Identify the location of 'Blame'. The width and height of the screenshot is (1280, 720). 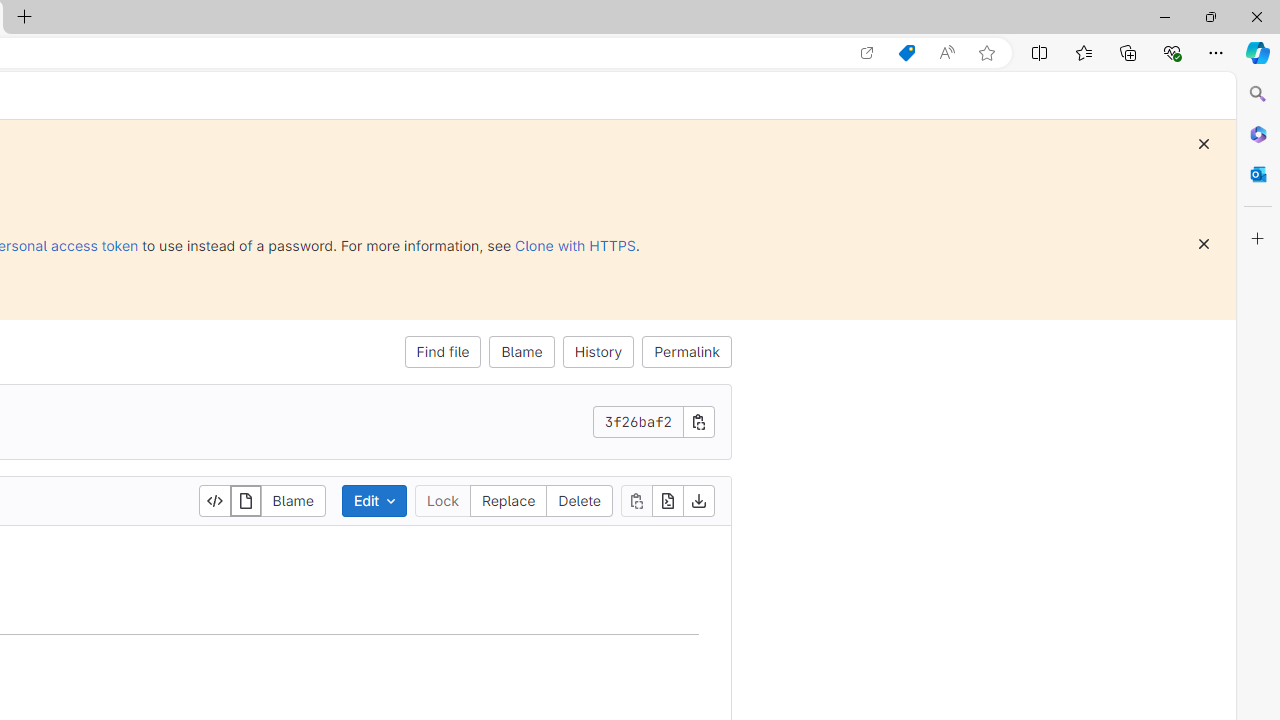
(522, 351).